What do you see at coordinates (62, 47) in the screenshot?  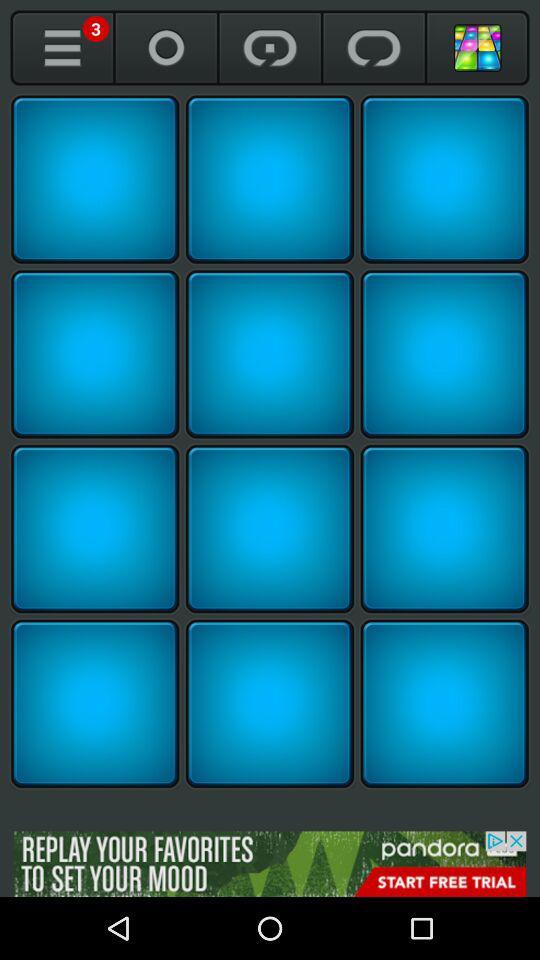 I see `open me` at bounding box center [62, 47].